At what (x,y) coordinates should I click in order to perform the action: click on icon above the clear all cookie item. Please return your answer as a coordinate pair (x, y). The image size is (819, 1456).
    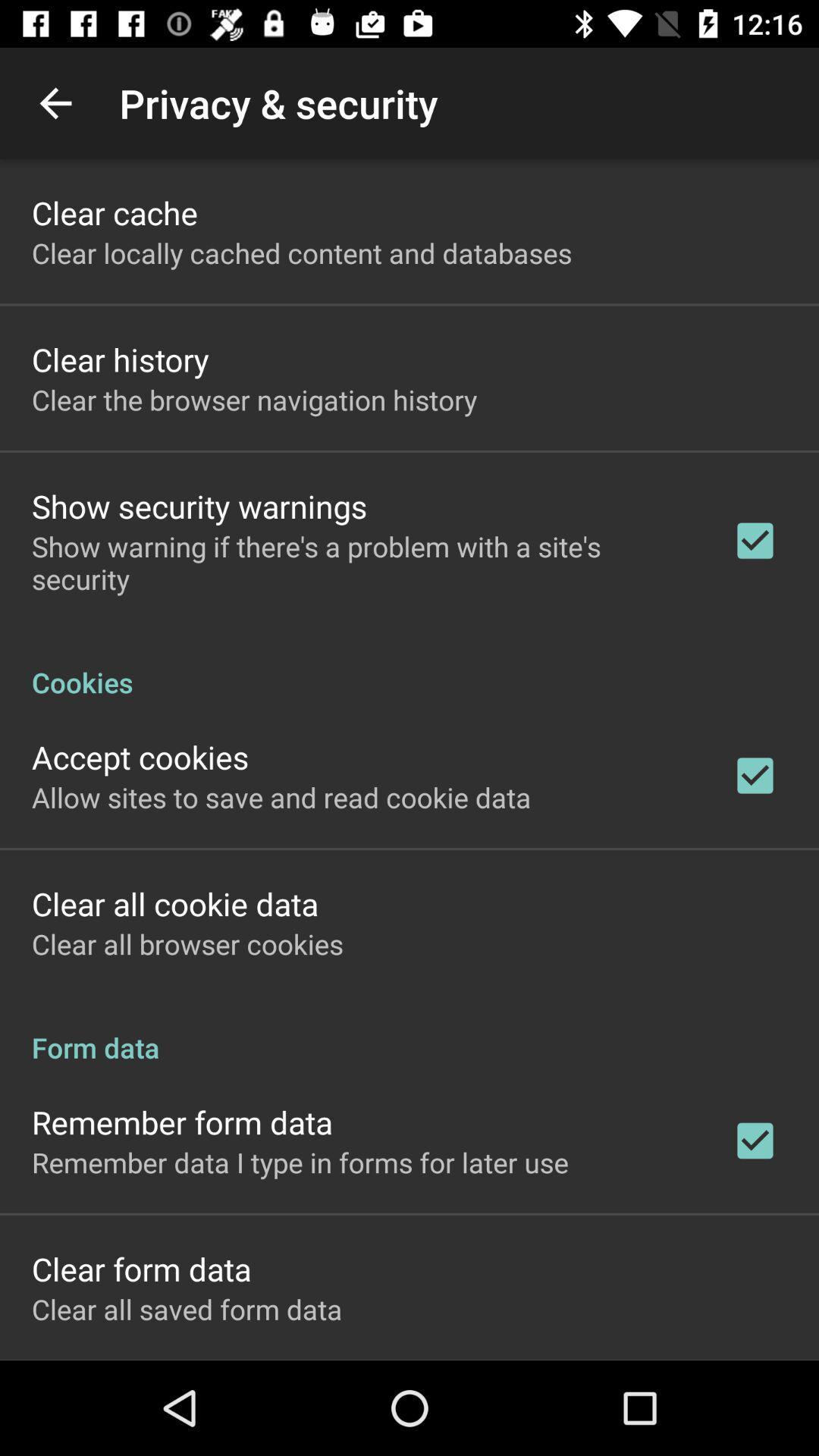
    Looking at the image, I should click on (281, 796).